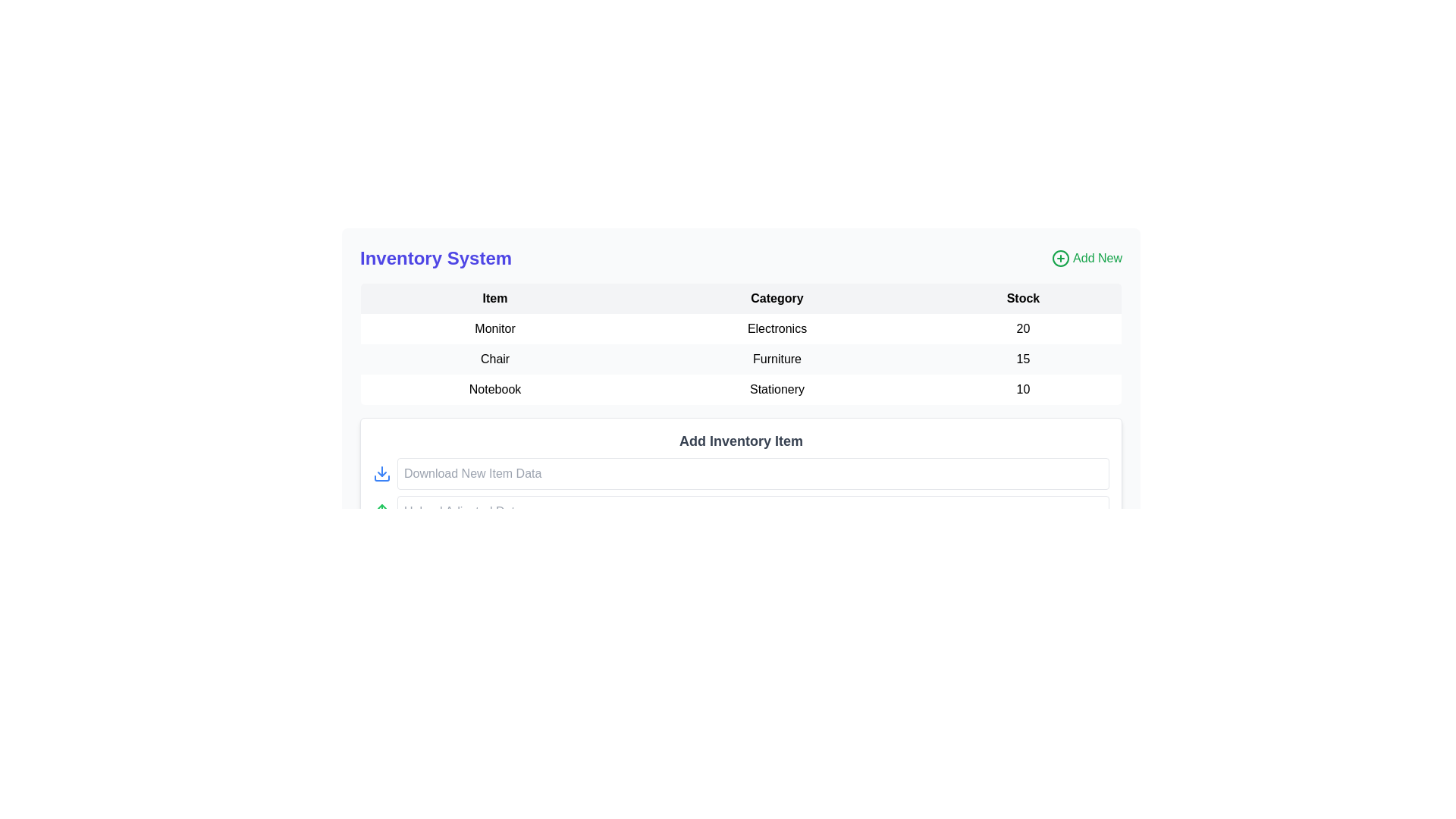 The height and width of the screenshot is (819, 1456). Describe the element at coordinates (741, 298) in the screenshot. I see `Table Header Row that contains the entries 'Item', 'Category', and 'Stock', which is styled with a light gray background and bolded text, by moving the cursor to its center point` at that location.